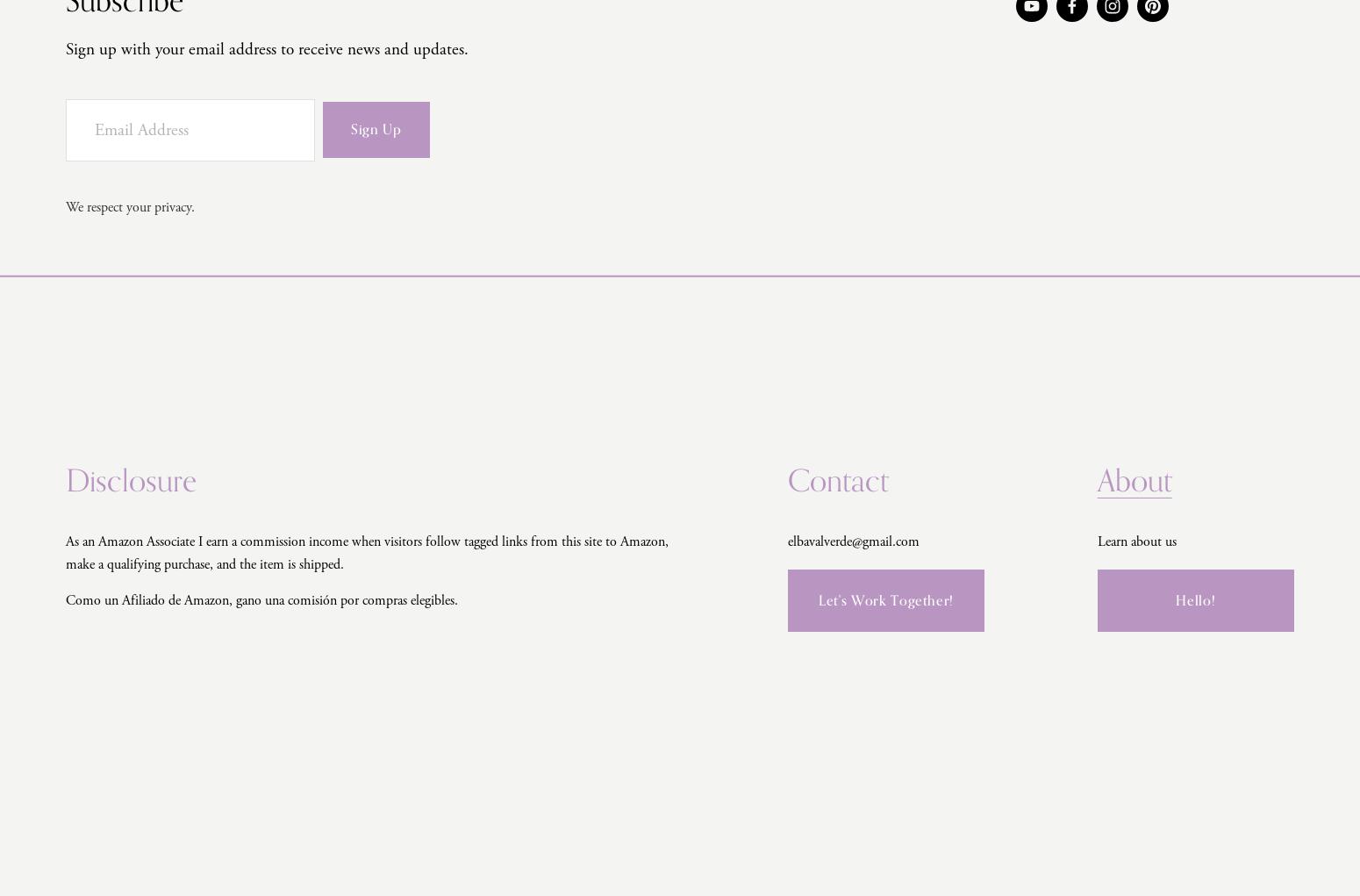  I want to click on 'elbavalverde@gmail.com', so click(852, 541).